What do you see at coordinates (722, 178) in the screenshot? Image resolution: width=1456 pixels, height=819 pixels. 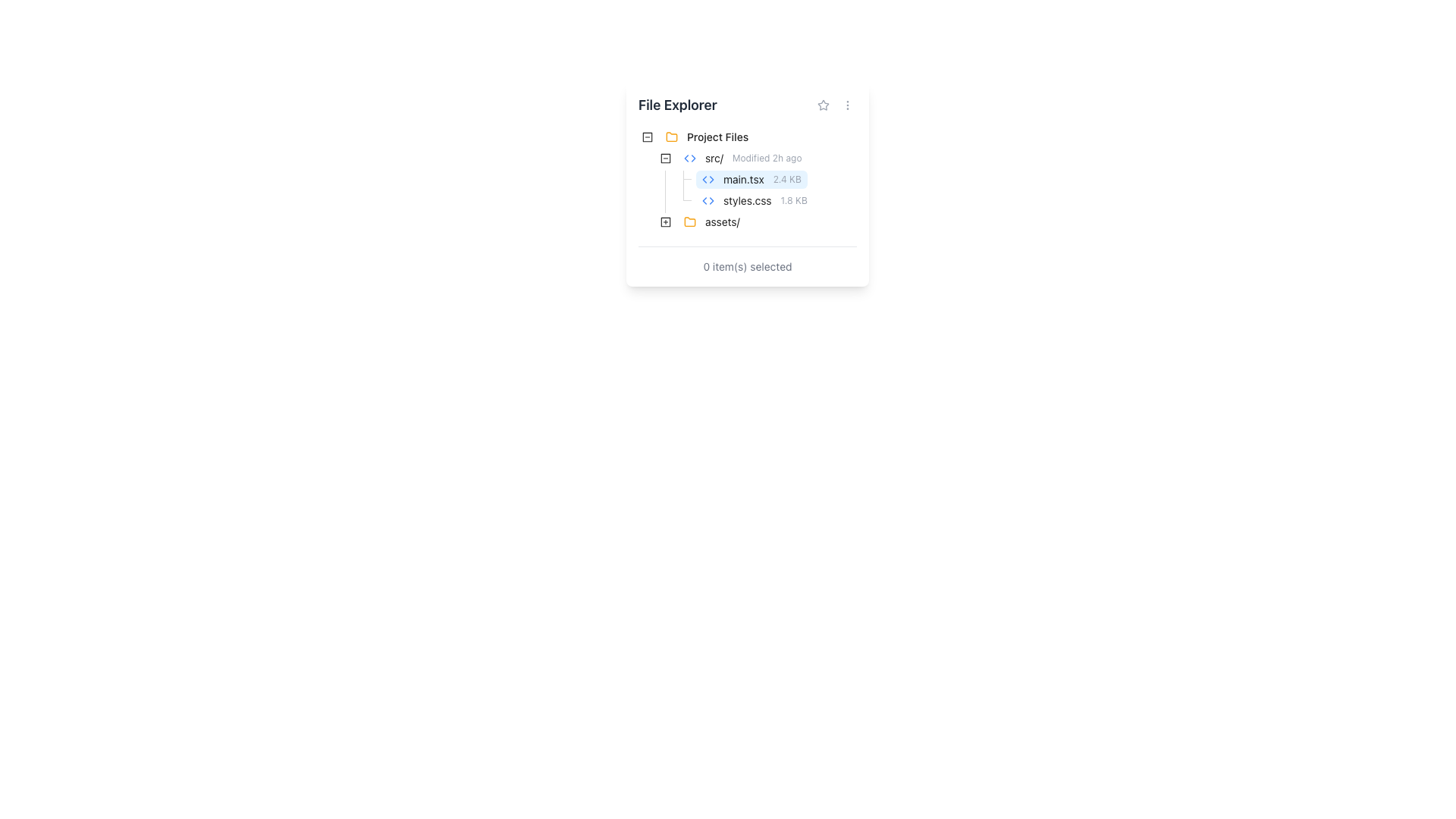 I see `the third file entry in the file explorer tree structure located under 'src/', positioned between 'src/Modified 2h ago' and 'styles.css1.8 KB'` at bounding box center [722, 178].